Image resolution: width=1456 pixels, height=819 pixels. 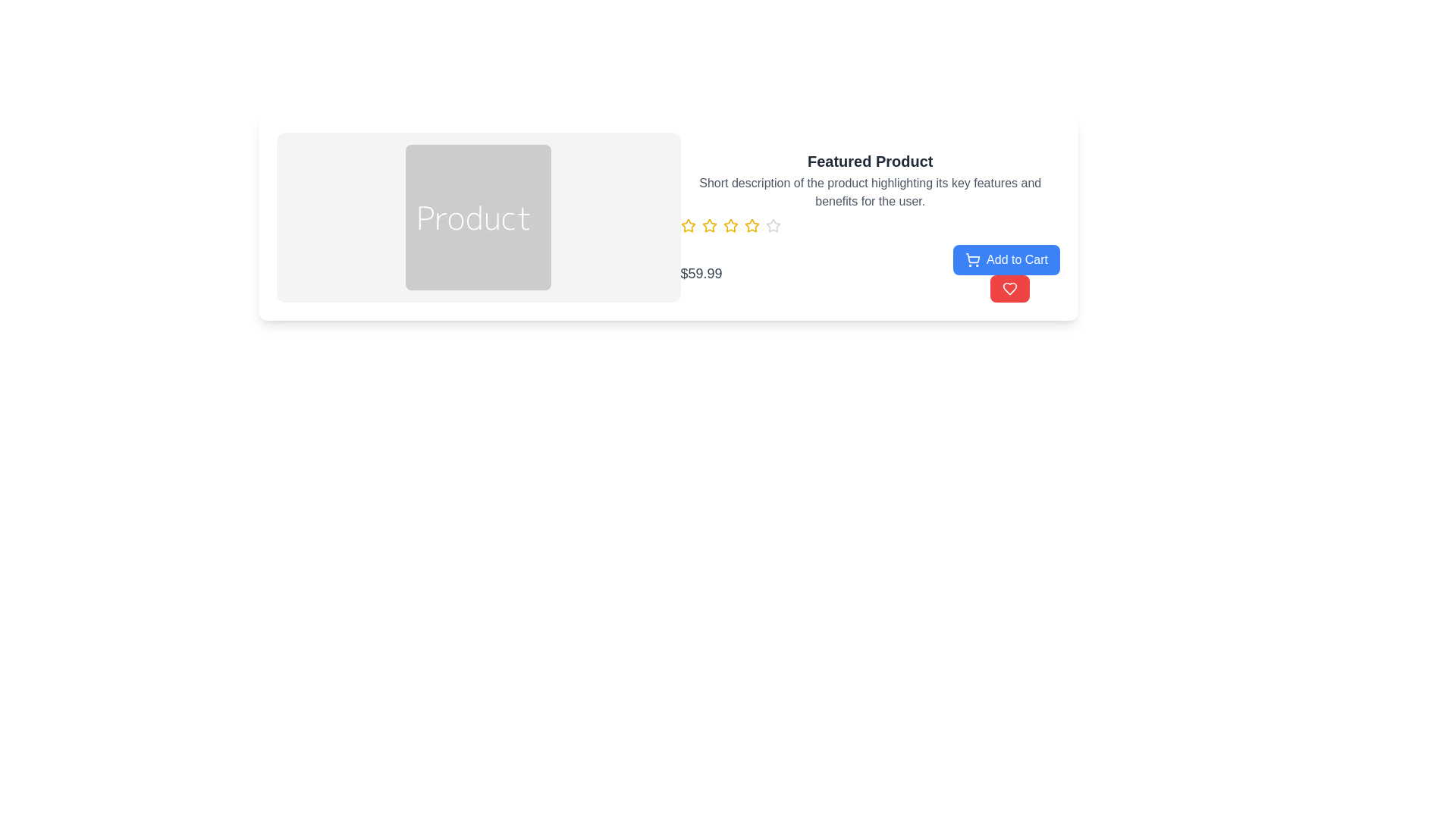 I want to click on the rating stars in the product detail card, so click(x=870, y=227).